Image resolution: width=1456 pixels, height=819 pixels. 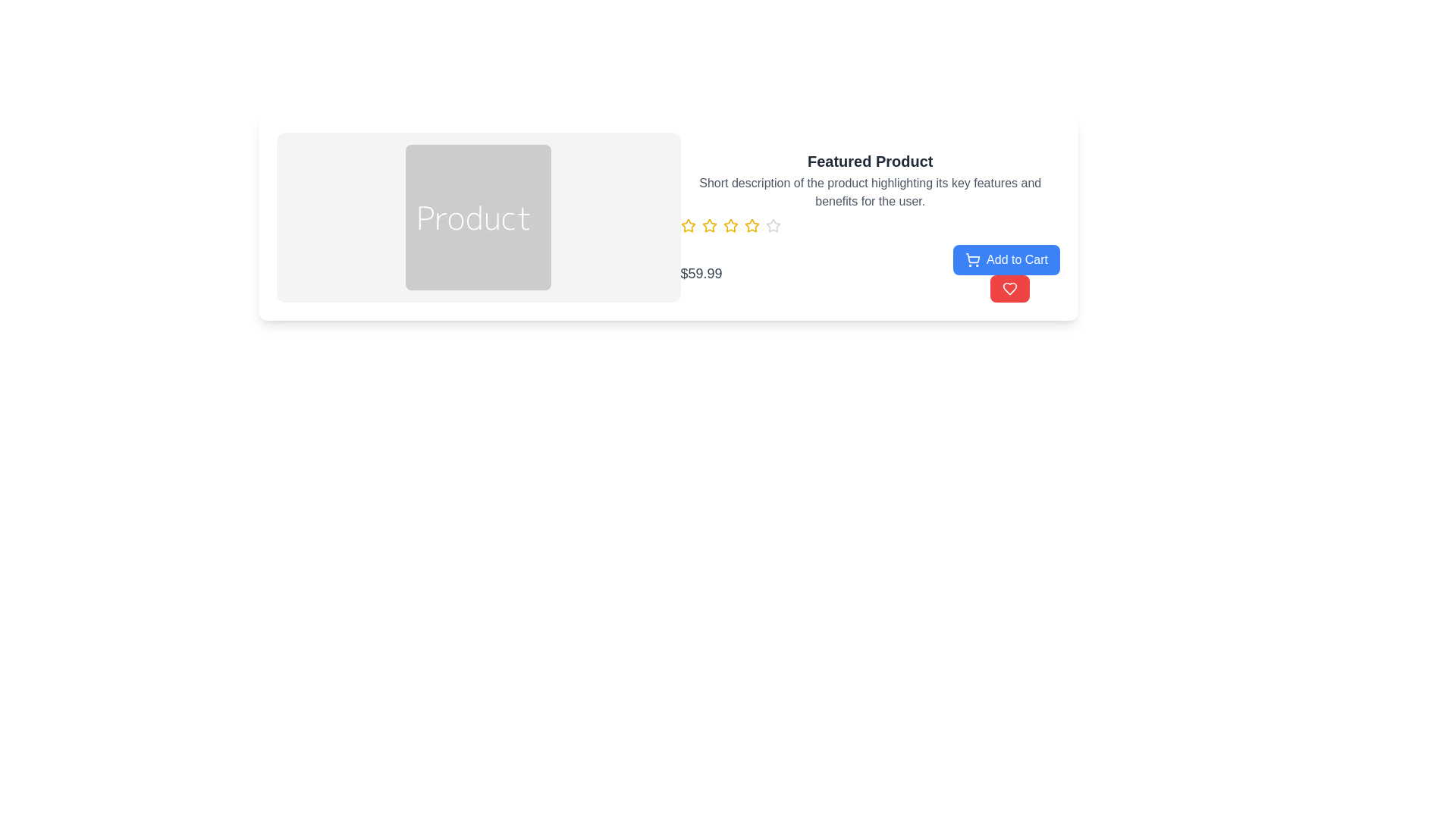 I want to click on the rating stars in the product detail card, so click(x=870, y=227).